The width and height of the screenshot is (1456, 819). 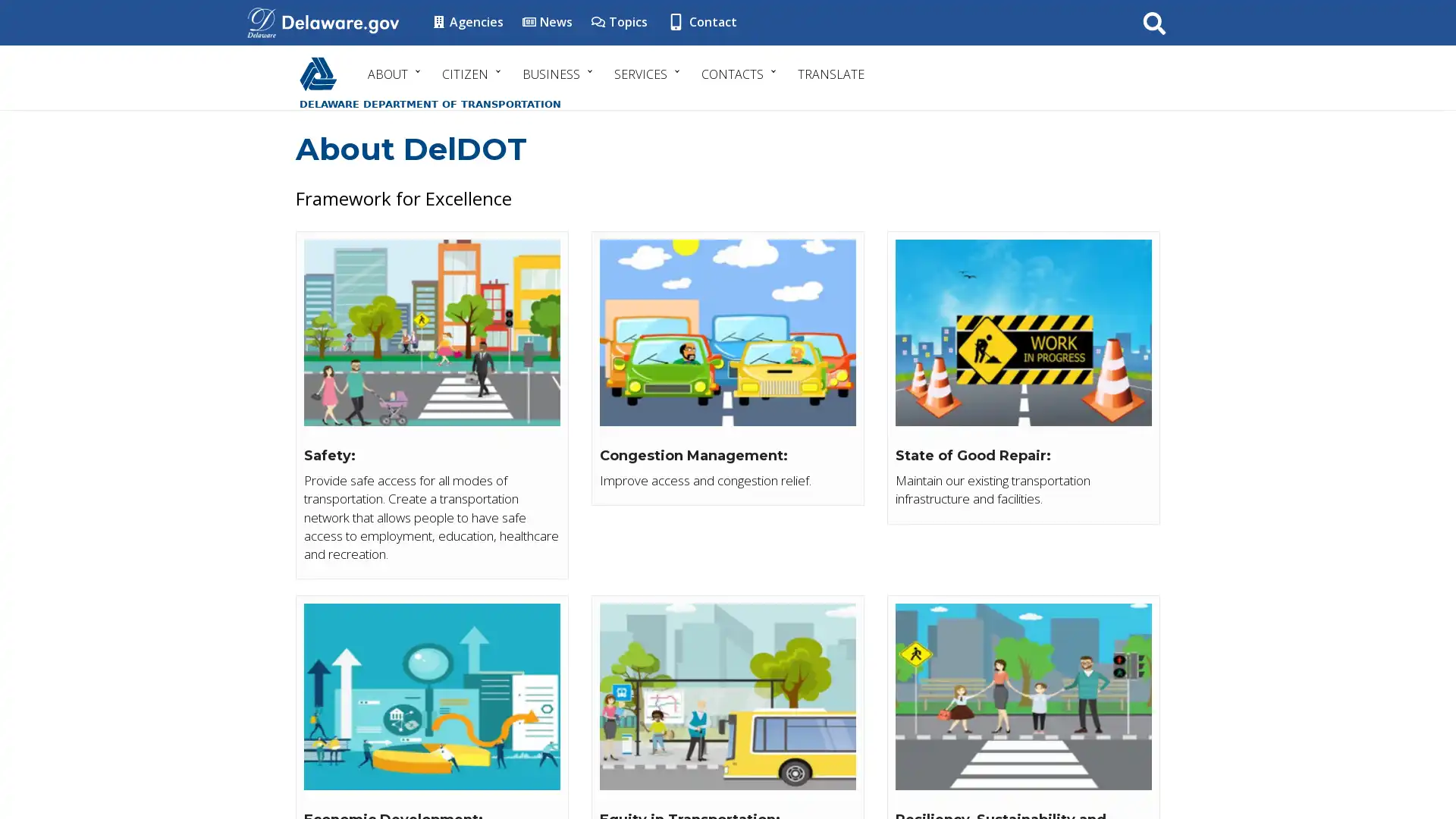 I want to click on Search, so click(x=1153, y=22).